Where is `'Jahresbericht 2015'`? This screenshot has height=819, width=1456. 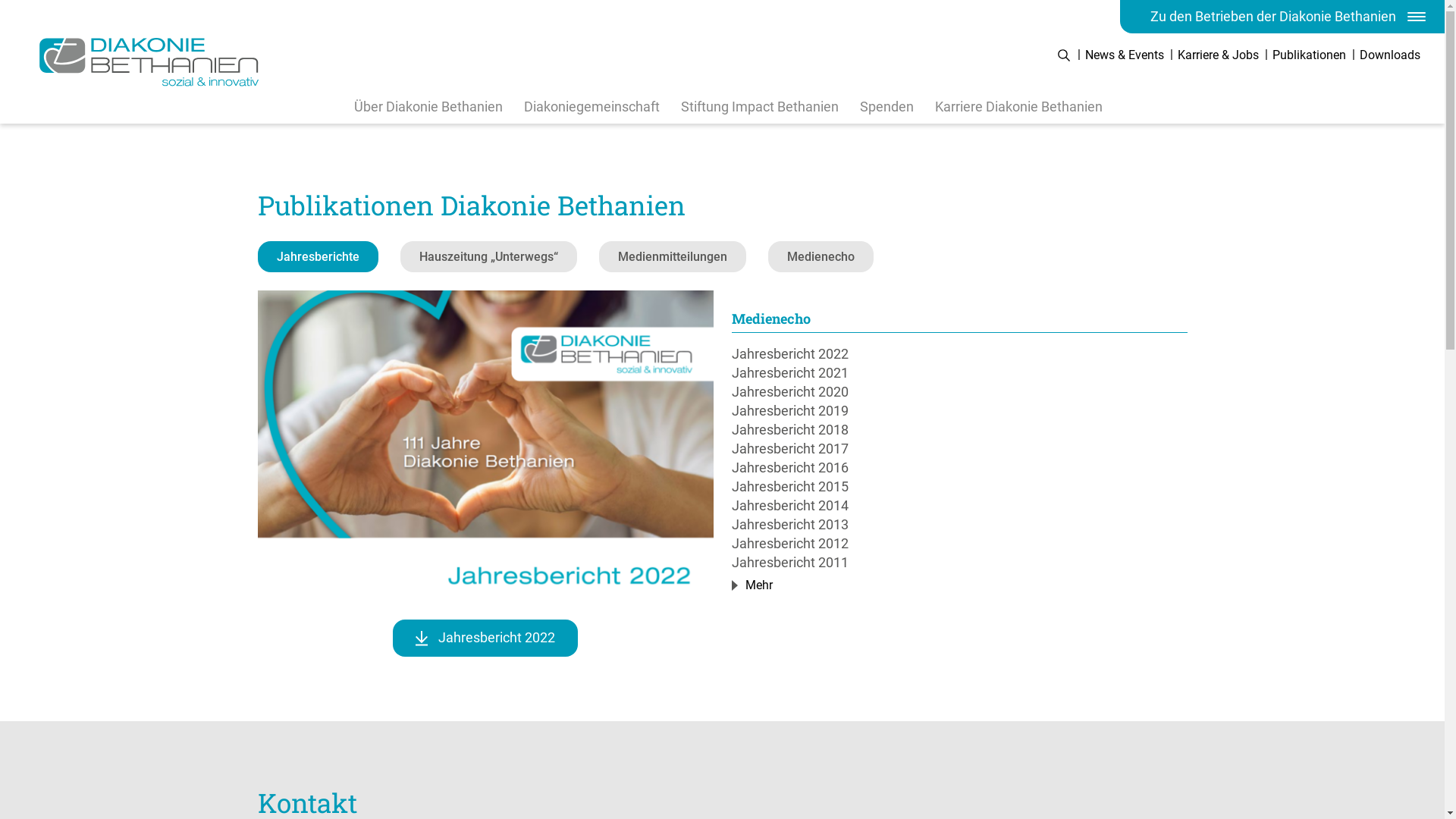
'Jahresbericht 2015' is located at coordinates (958, 486).